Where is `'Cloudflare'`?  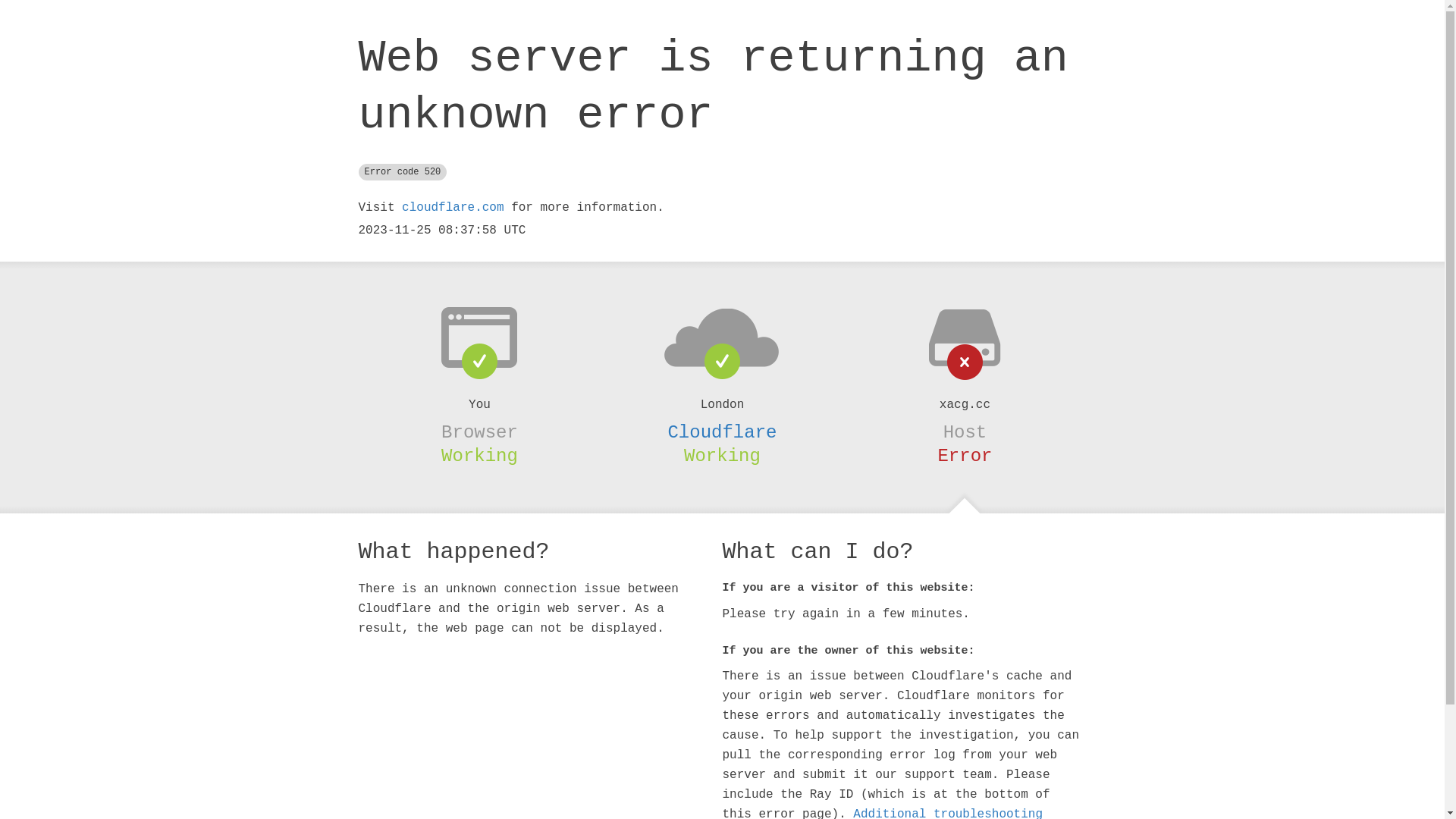 'Cloudflare' is located at coordinates (720, 432).